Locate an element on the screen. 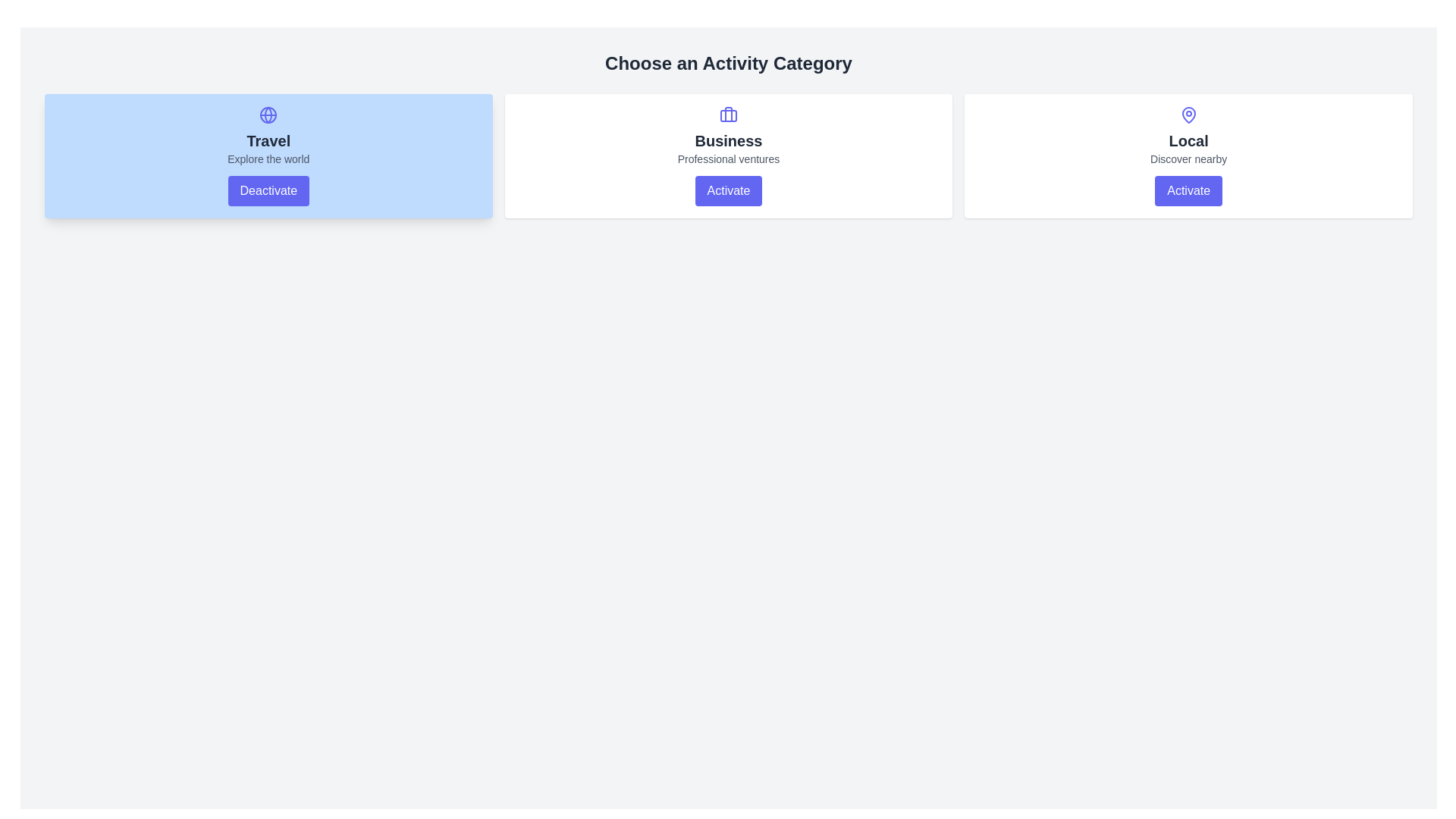 The height and width of the screenshot is (819, 1456). the pin-shaped icon with an indigo-colored outline located above the text 'Local' and 'Discover nearby', and directly above the 'Activate' button in the third card of a grid layout is located at coordinates (1188, 114).